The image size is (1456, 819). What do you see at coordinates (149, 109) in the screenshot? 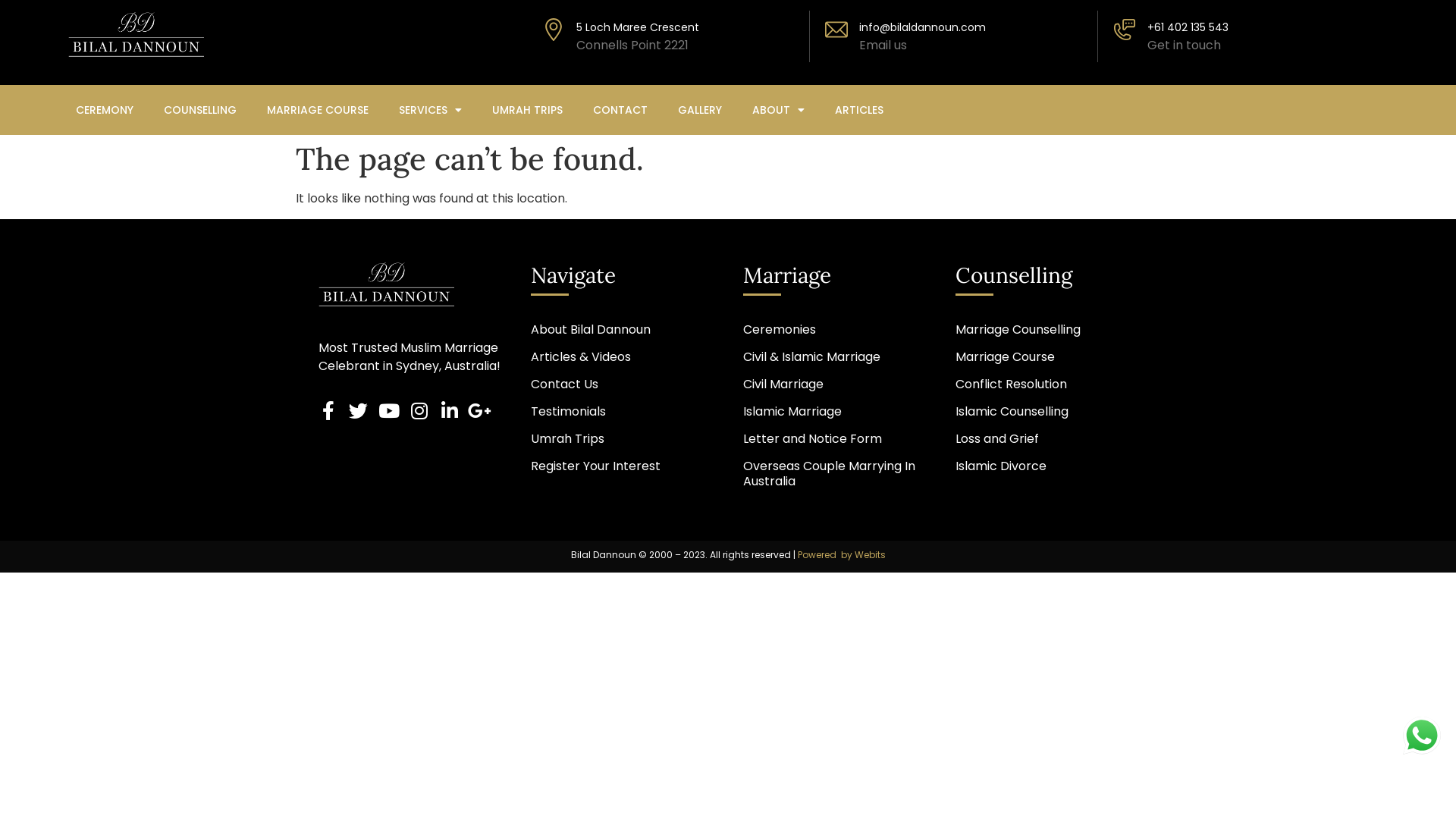
I see `'COUNSELLING'` at bounding box center [149, 109].